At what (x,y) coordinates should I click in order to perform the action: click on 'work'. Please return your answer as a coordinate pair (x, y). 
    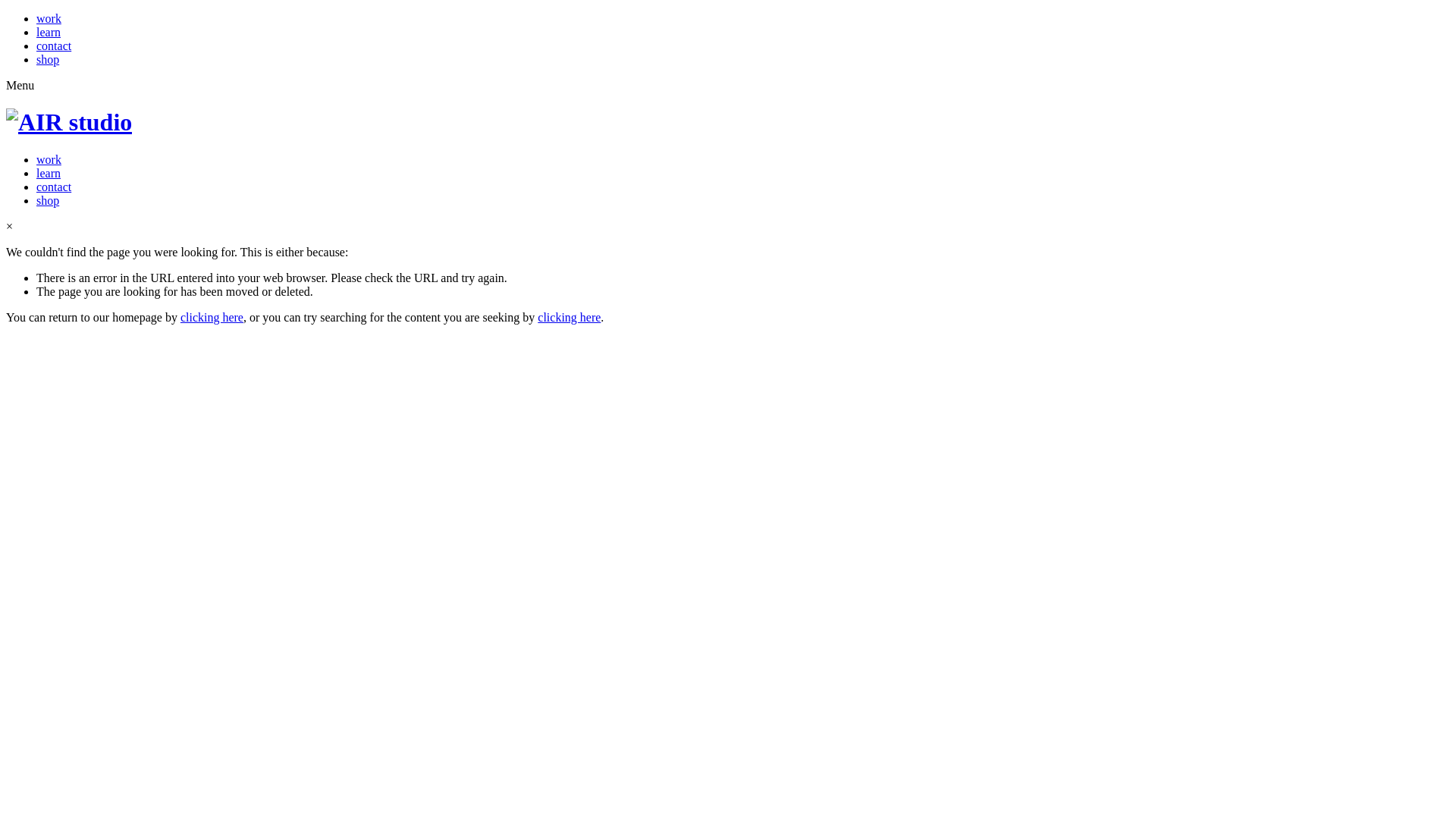
    Looking at the image, I should click on (49, 18).